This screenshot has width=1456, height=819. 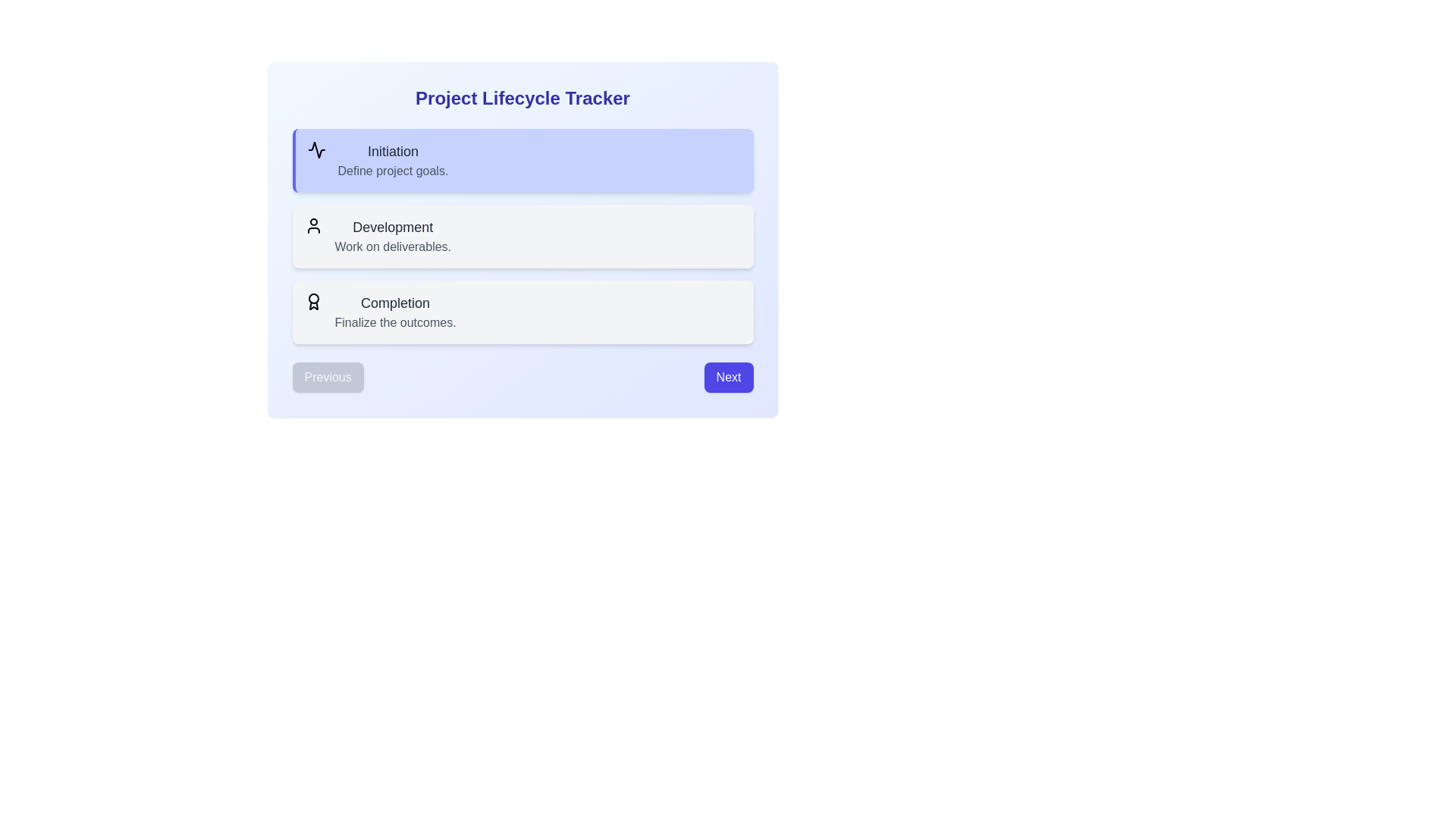 I want to click on text from the label located in the 'Development' section, positioned below the 'Development' title and above the 'Completion' section, so click(x=393, y=246).